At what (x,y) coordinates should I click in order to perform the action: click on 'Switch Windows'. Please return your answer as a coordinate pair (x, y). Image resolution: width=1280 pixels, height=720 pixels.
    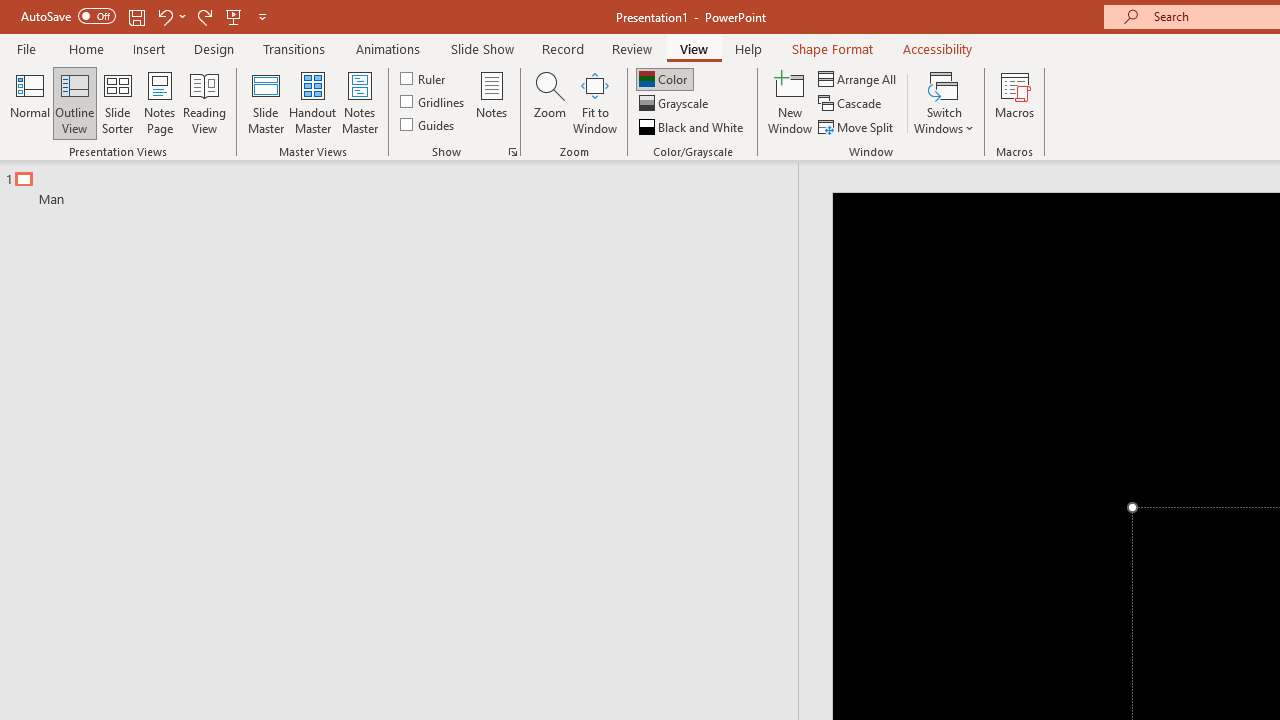
    Looking at the image, I should click on (943, 103).